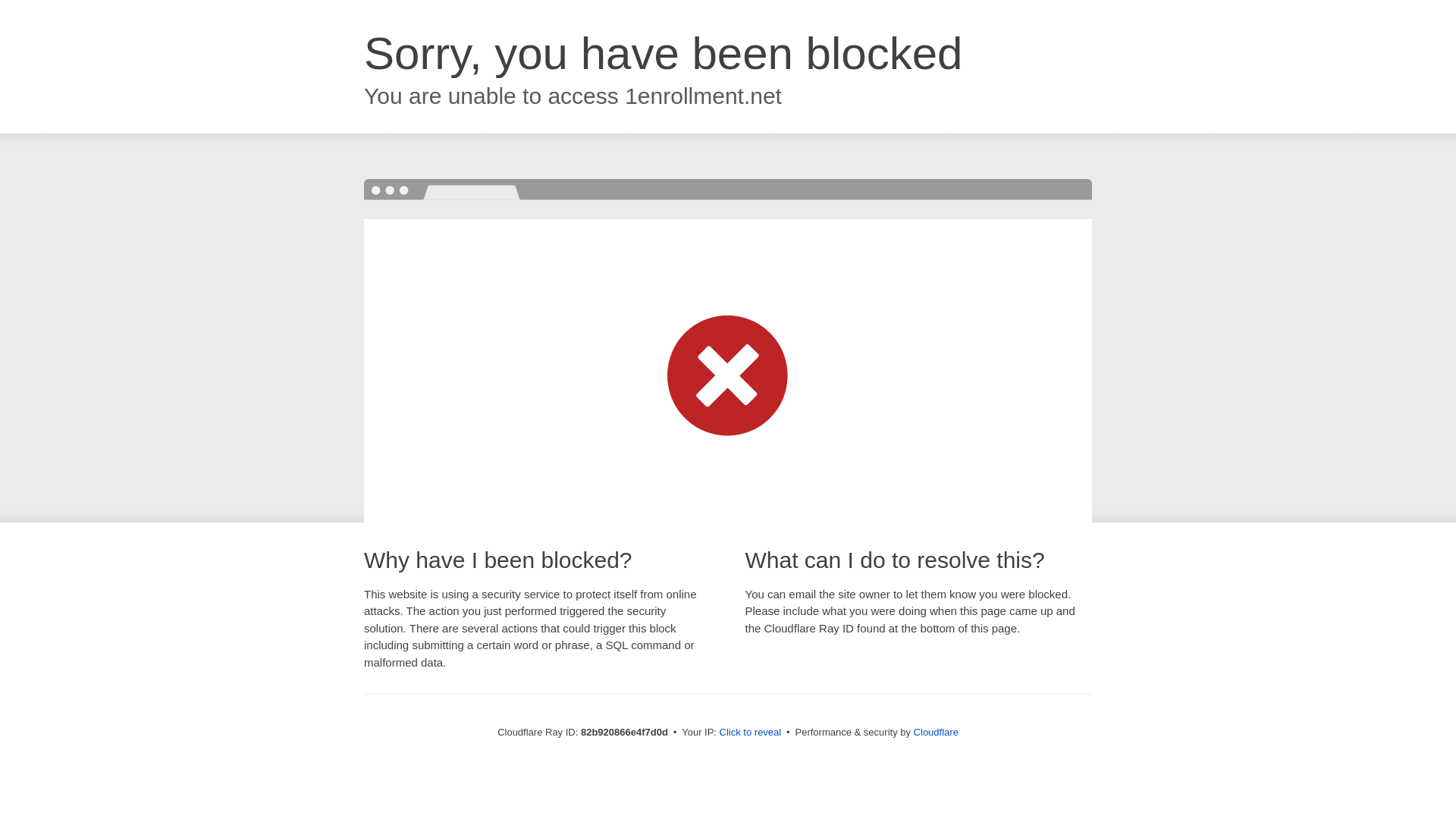  What do you see at coordinates (750, 731) in the screenshot?
I see `'Click to reveal'` at bounding box center [750, 731].